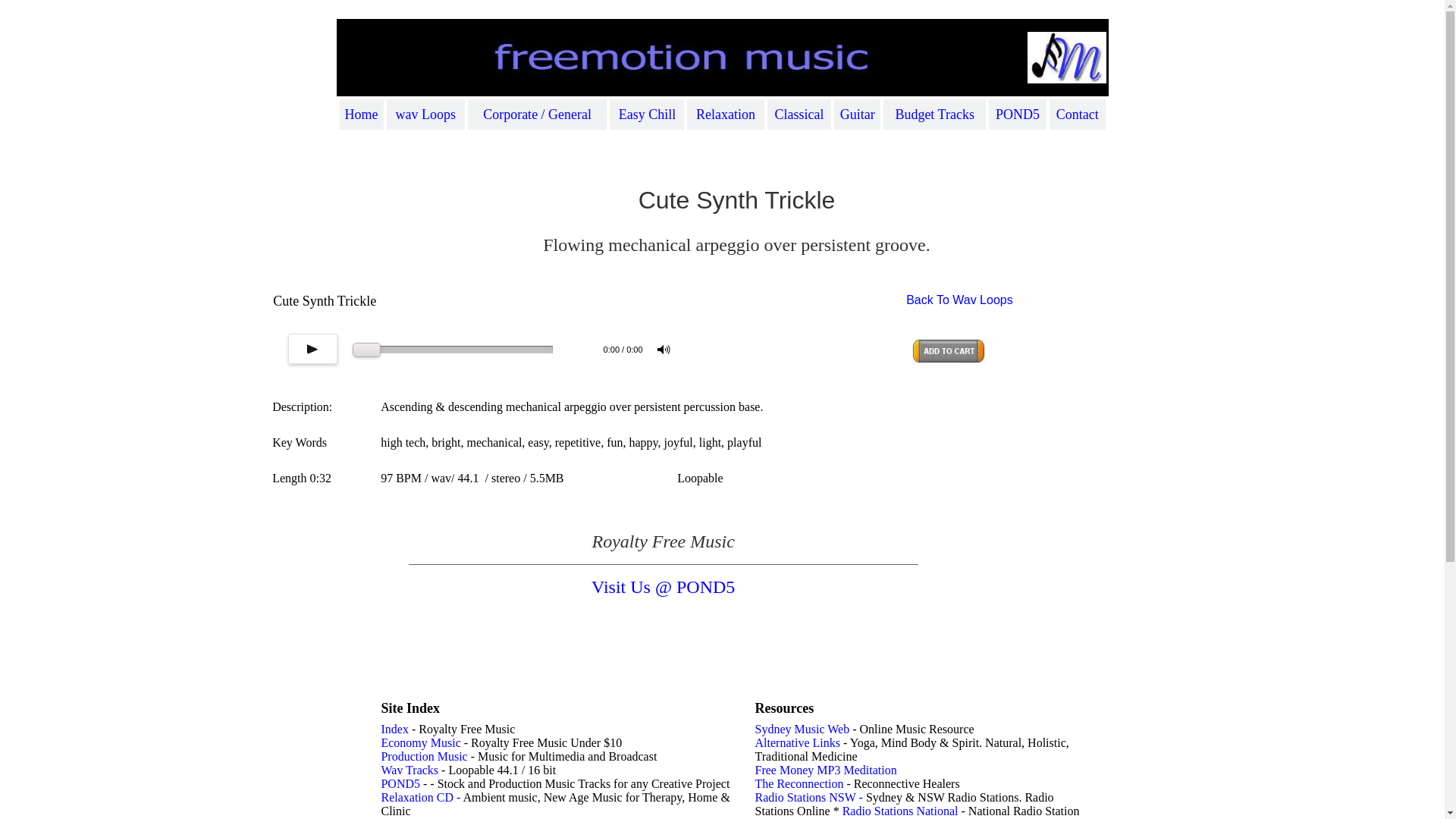 The image size is (1456, 819). What do you see at coordinates (839, 113) in the screenshot?
I see `'Guitar'` at bounding box center [839, 113].